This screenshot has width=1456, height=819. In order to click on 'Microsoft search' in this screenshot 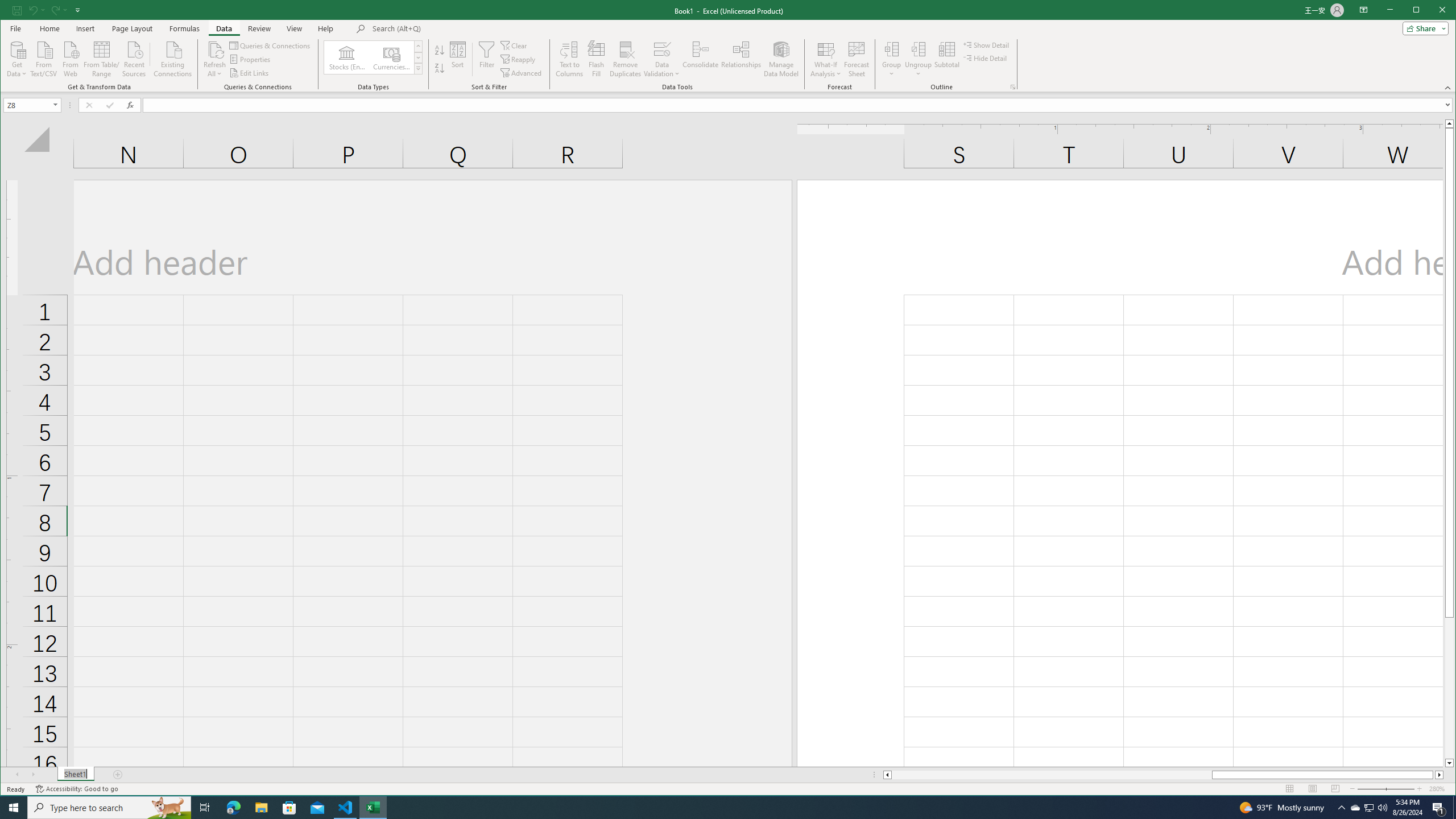, I will do `click(450, 28)`.